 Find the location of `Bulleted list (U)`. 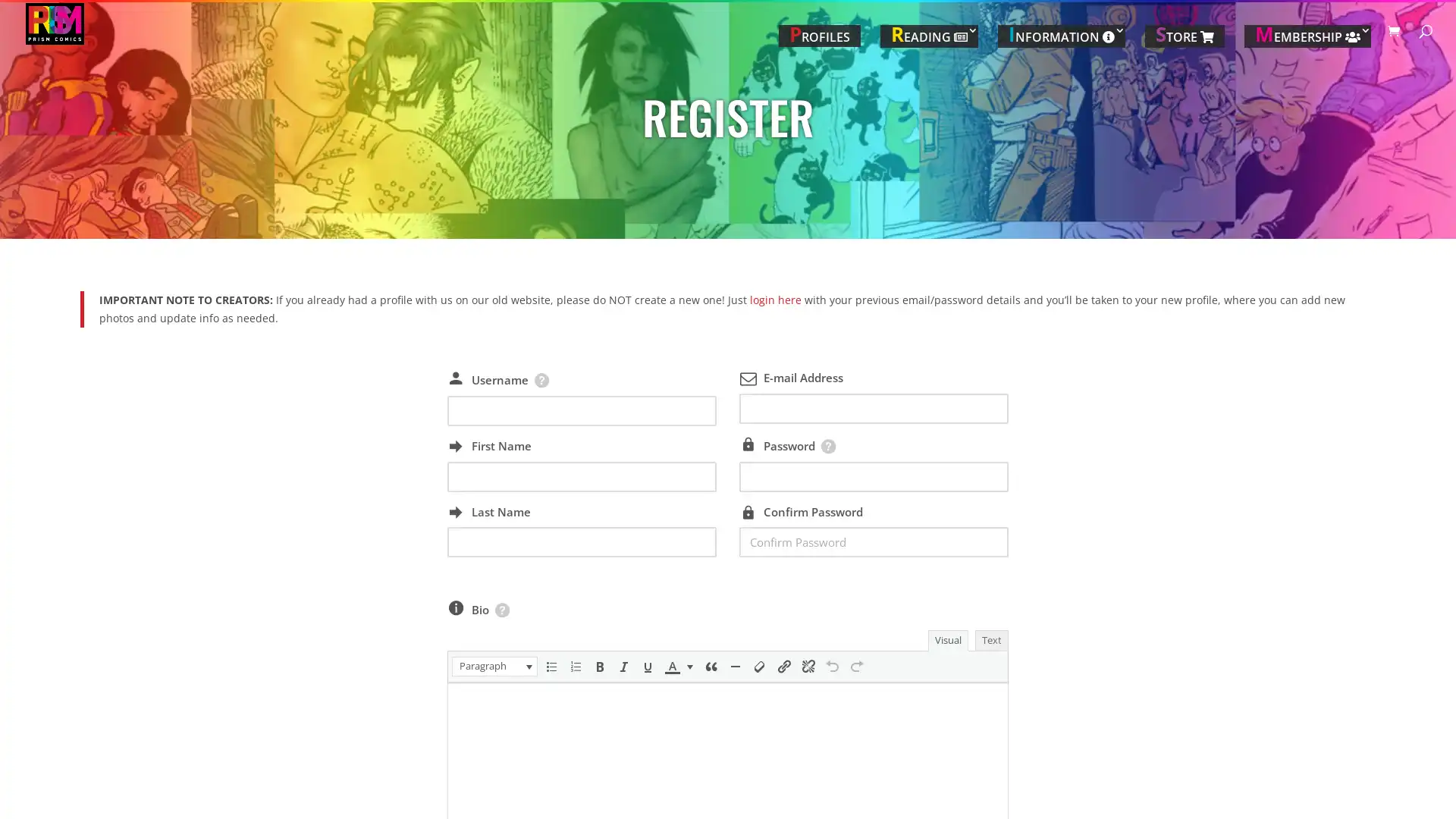

Bulleted list (U) is located at coordinates (549, 666).